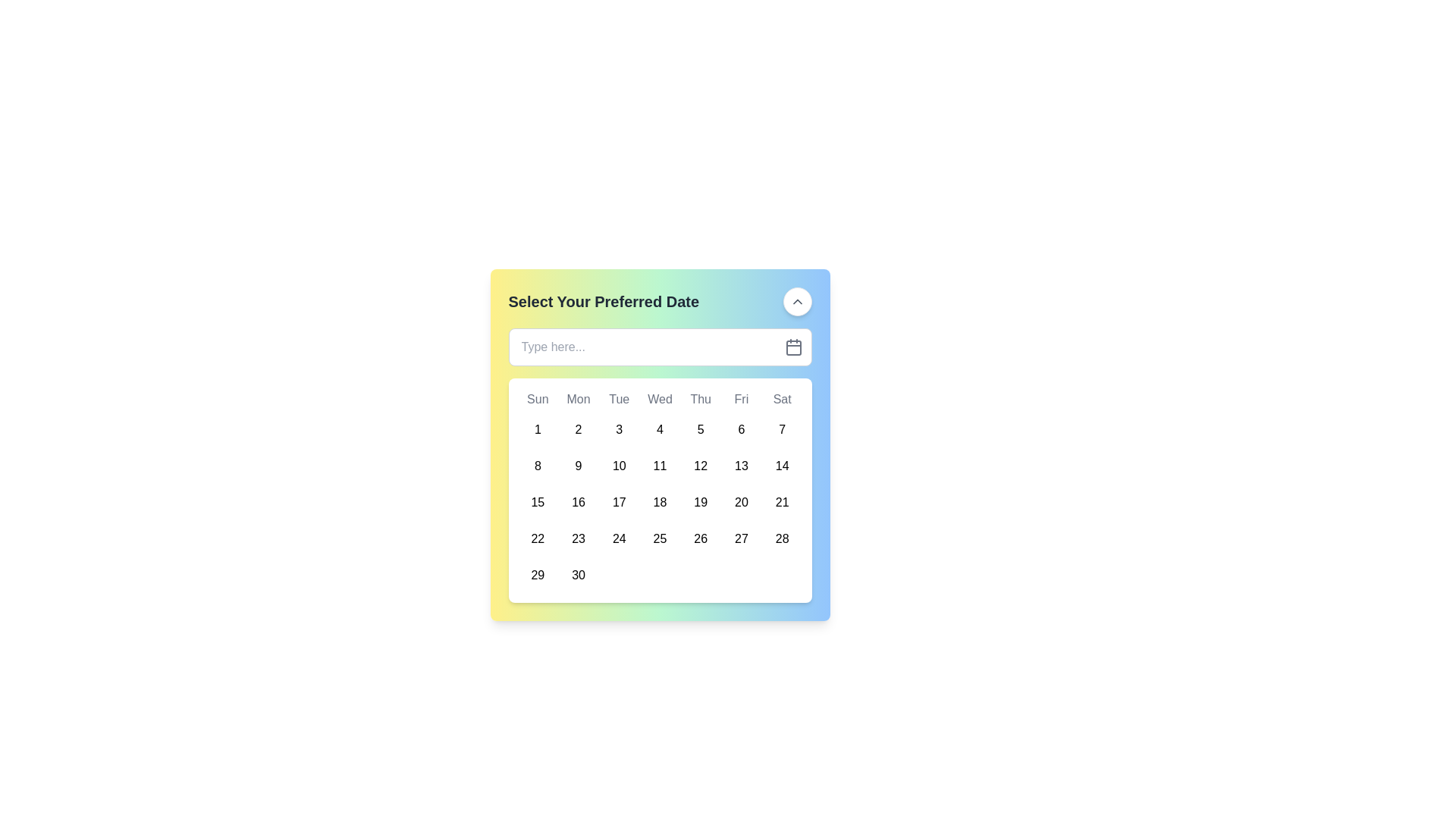 The width and height of the screenshot is (1456, 819). Describe the element at coordinates (578, 576) in the screenshot. I see `the button` at that location.